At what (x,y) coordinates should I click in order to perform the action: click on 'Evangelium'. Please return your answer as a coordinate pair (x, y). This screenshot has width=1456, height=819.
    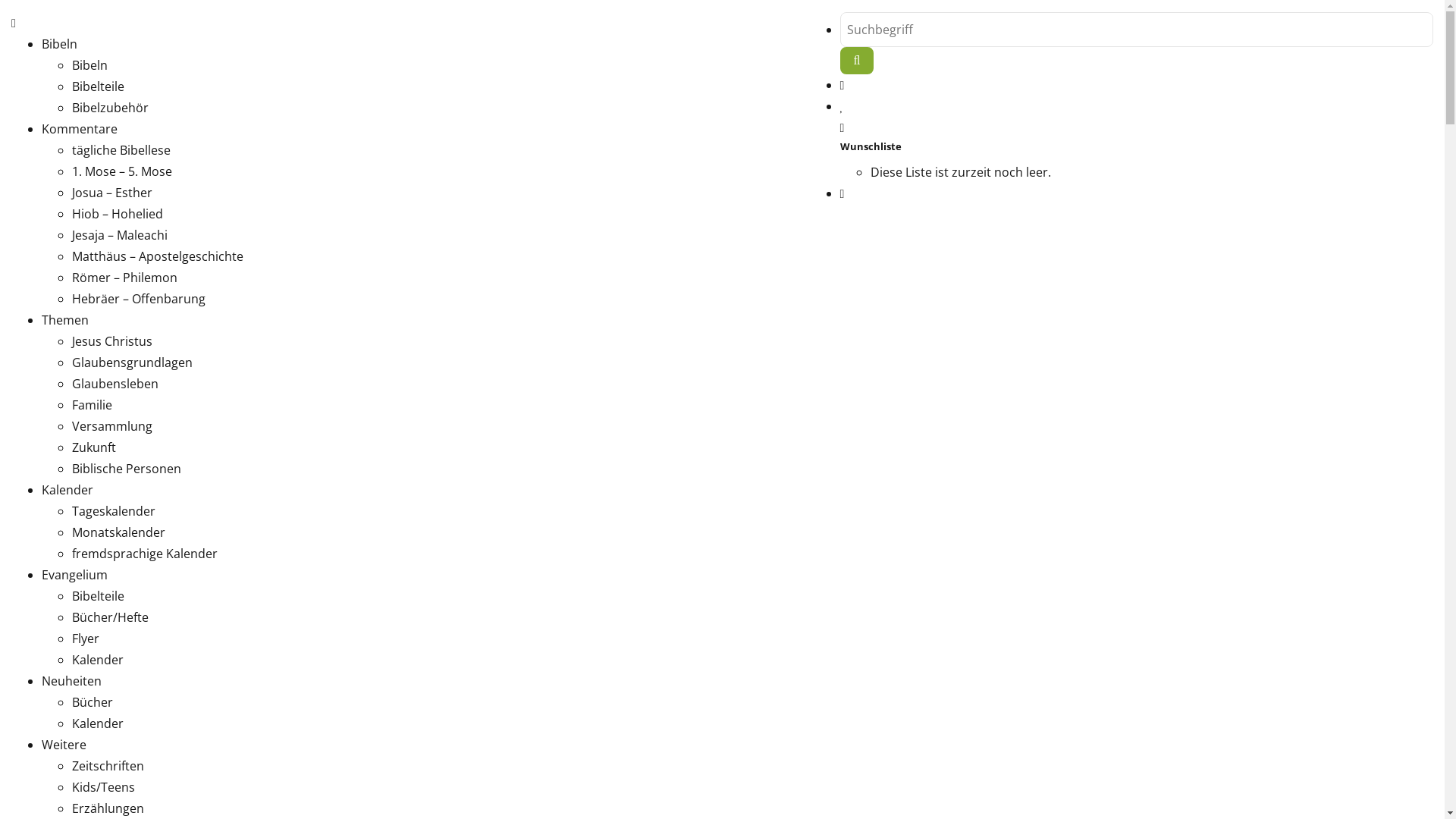
    Looking at the image, I should click on (74, 575).